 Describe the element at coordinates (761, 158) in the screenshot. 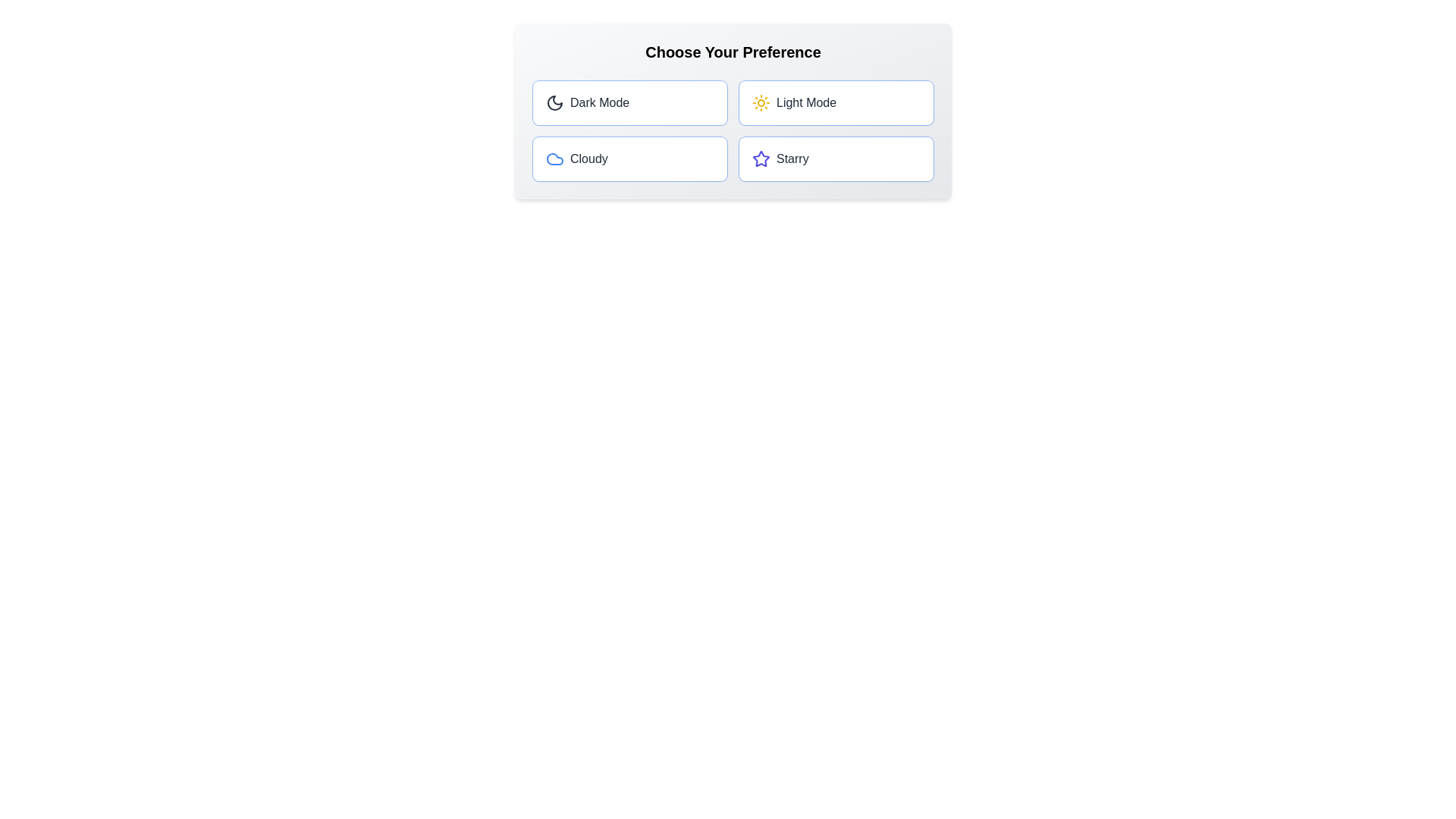

I see `the indigo star icon with a distinct stroke design located to the left of the 'Starry' text label within the 'Starry' button` at that location.